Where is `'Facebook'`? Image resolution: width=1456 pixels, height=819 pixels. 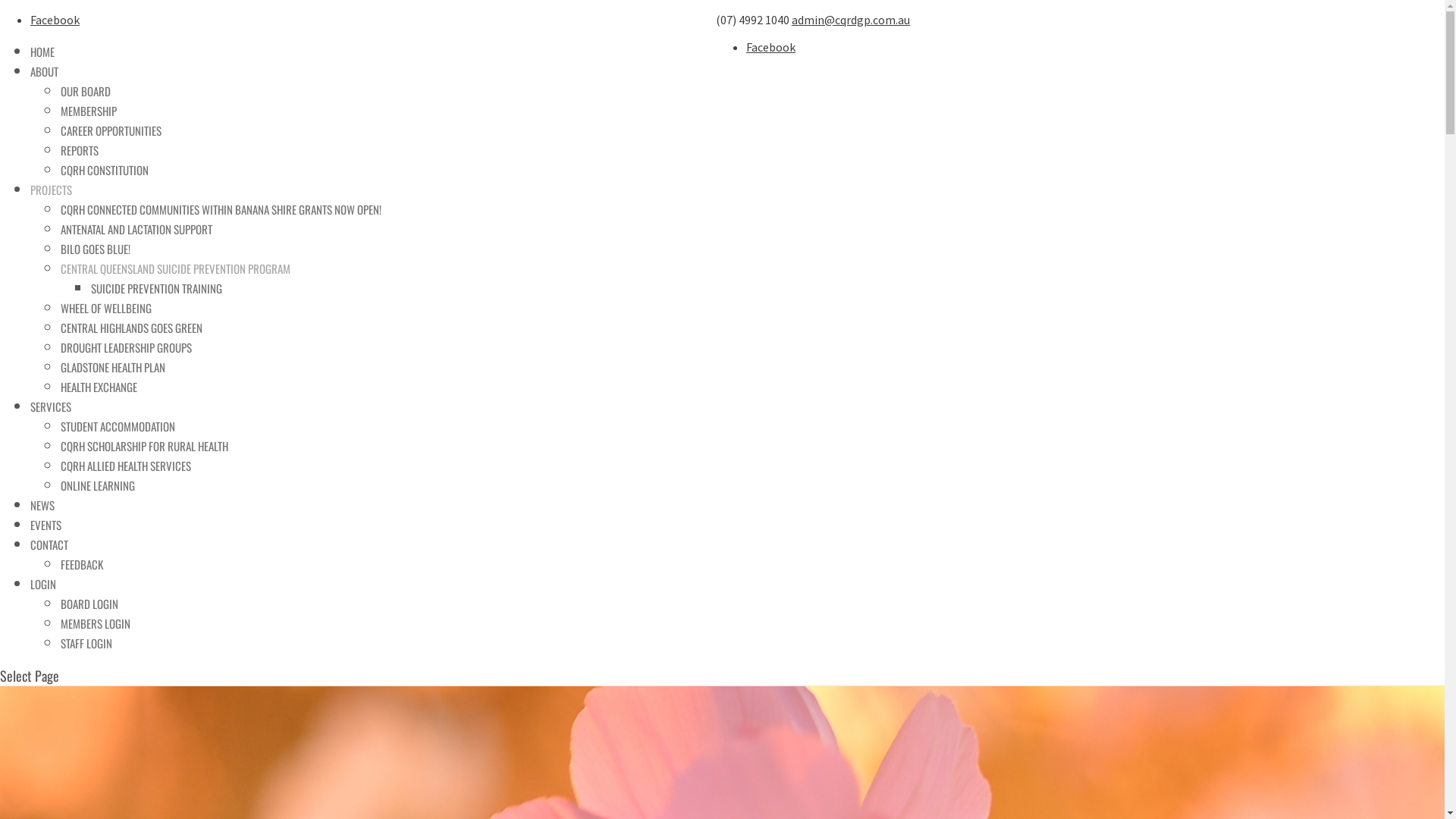 'Facebook' is located at coordinates (55, 20).